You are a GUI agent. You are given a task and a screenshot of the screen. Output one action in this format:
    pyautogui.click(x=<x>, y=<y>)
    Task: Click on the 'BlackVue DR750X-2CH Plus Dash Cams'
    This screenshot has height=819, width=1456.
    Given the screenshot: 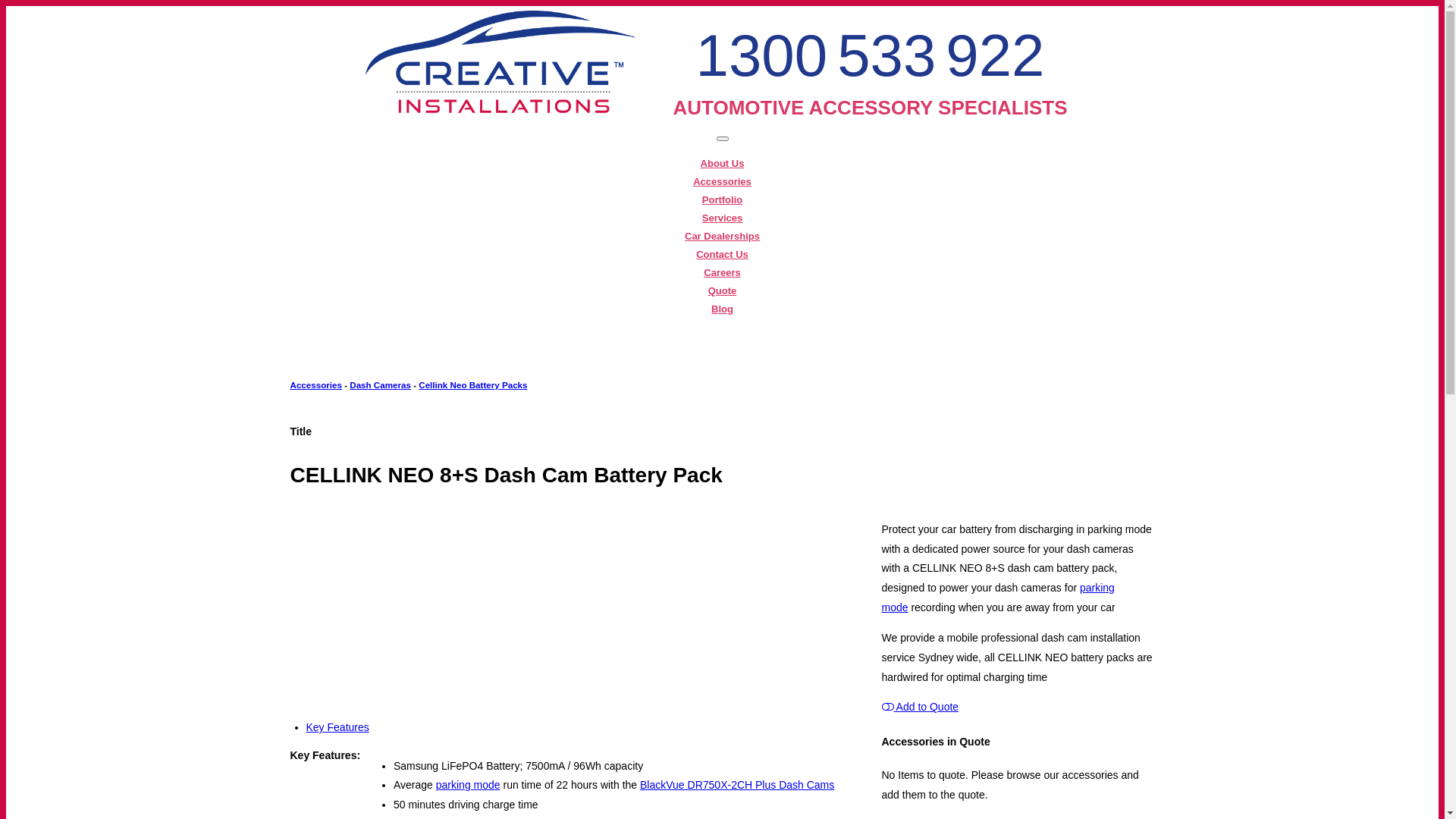 What is the action you would take?
    pyautogui.click(x=736, y=784)
    